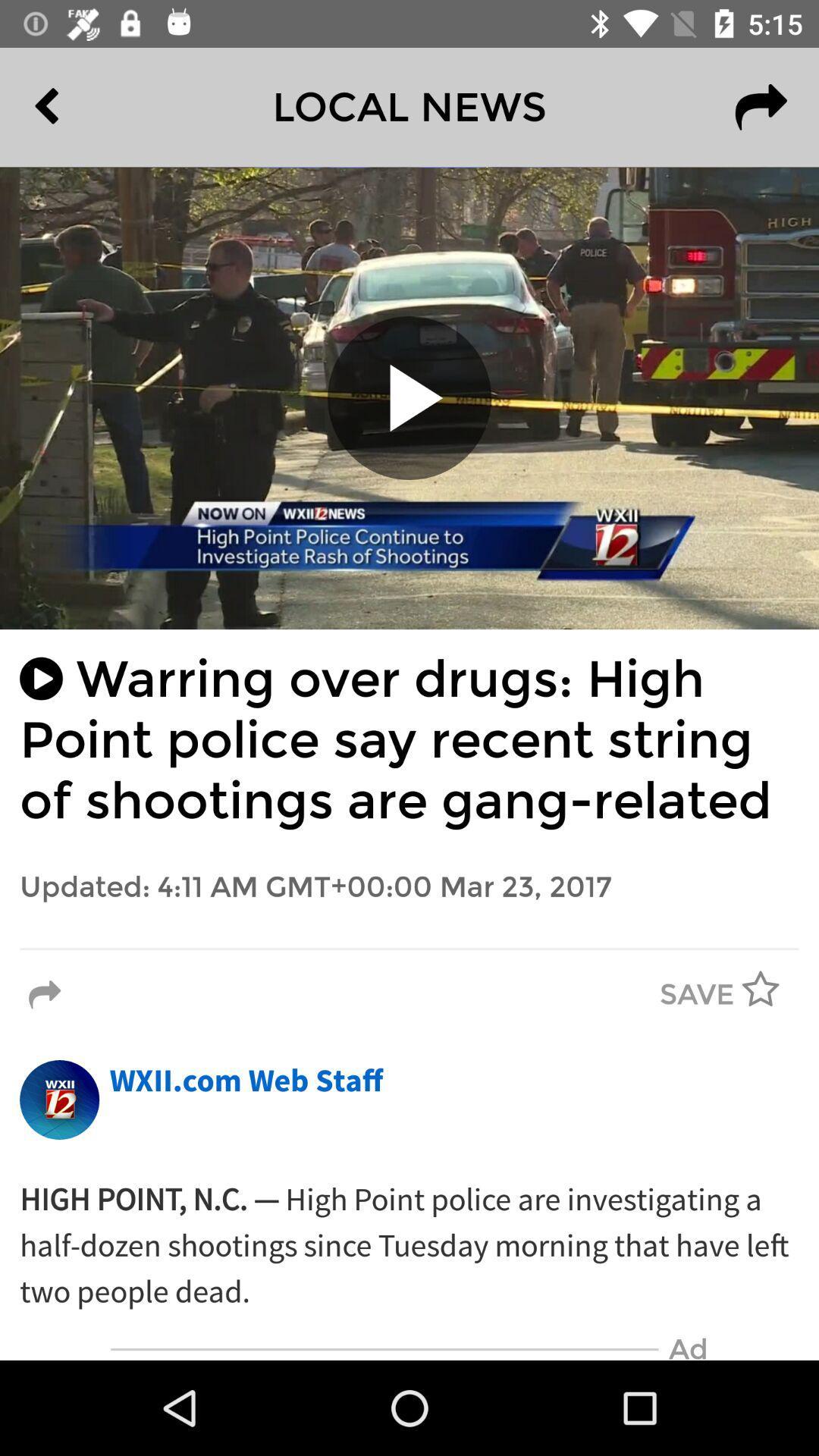  I want to click on the redo icon, so click(761, 106).